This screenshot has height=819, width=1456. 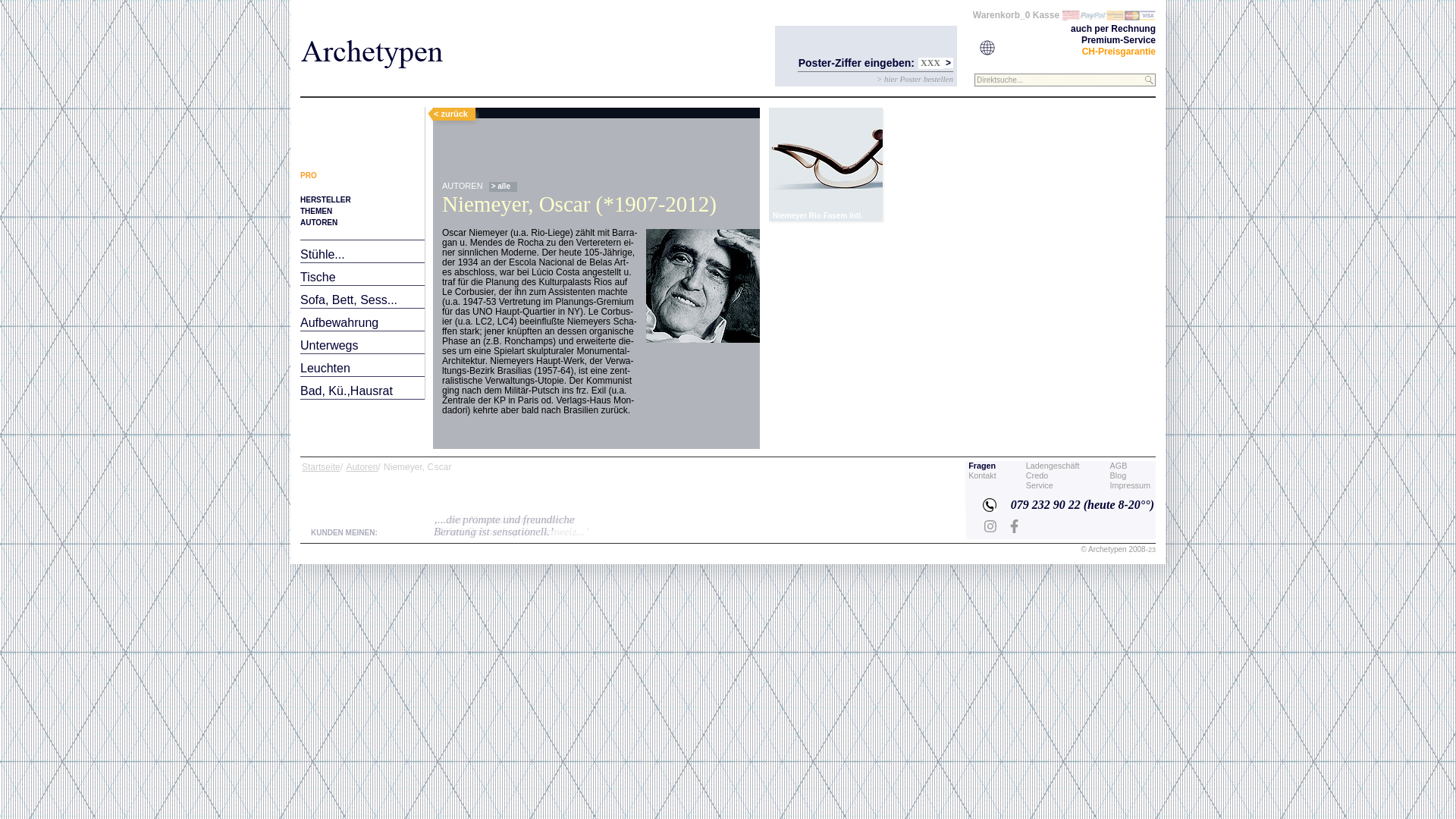 I want to click on 'Tische', so click(x=317, y=277).